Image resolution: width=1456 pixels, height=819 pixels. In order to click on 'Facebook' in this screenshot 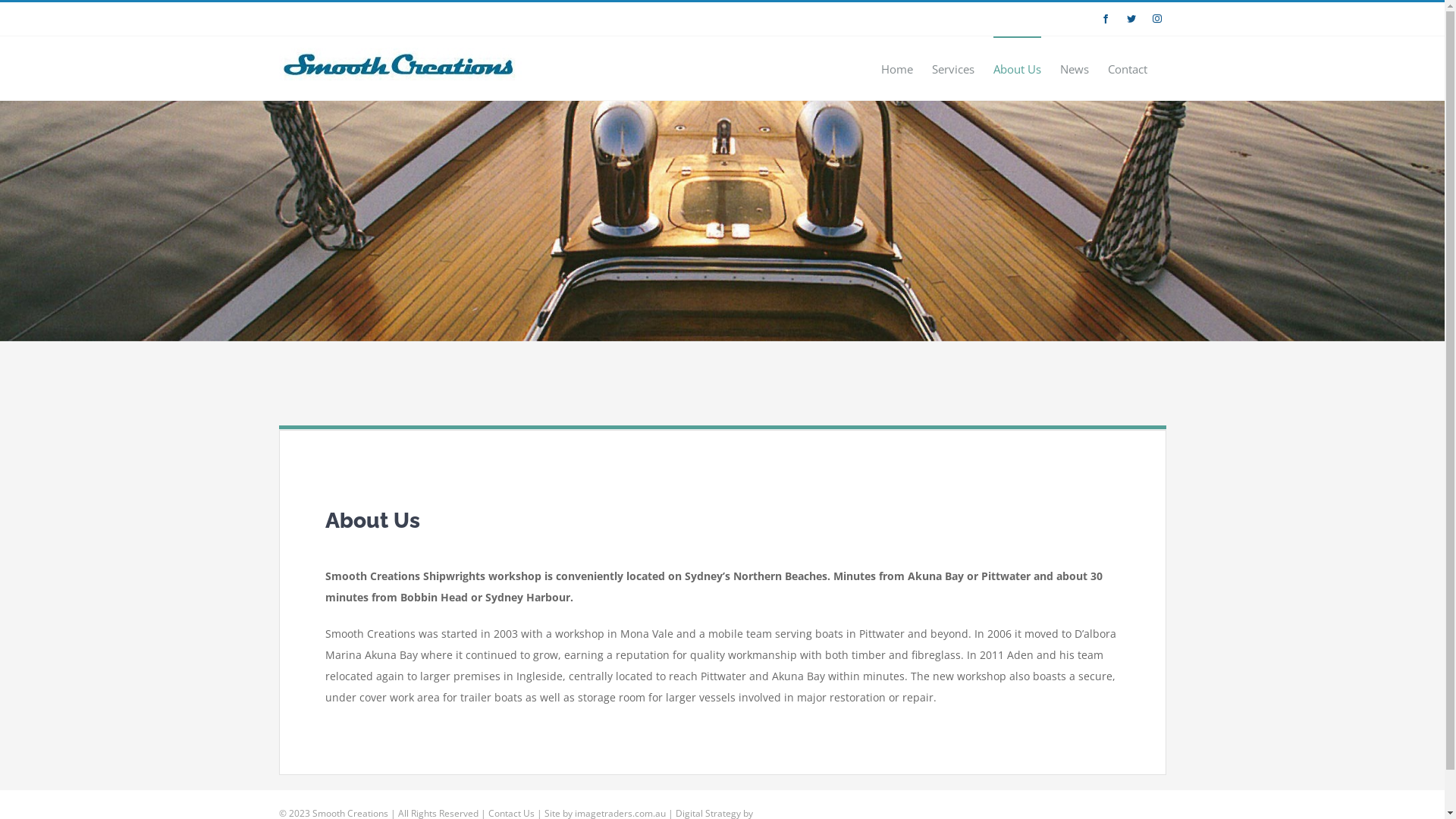, I will do `click(1106, 18)`.